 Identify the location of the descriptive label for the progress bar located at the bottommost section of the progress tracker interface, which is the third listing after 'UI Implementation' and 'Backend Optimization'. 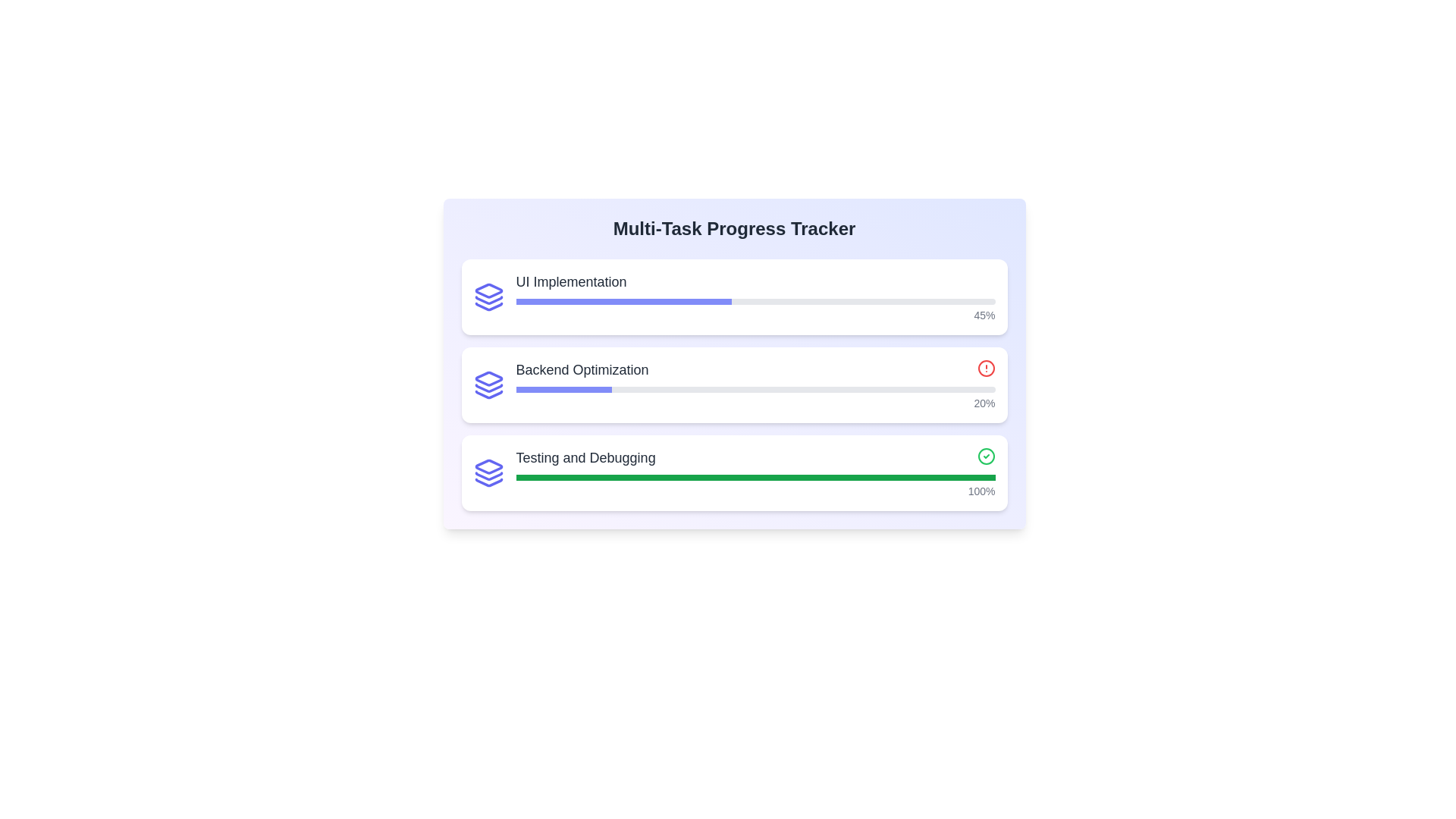
(585, 457).